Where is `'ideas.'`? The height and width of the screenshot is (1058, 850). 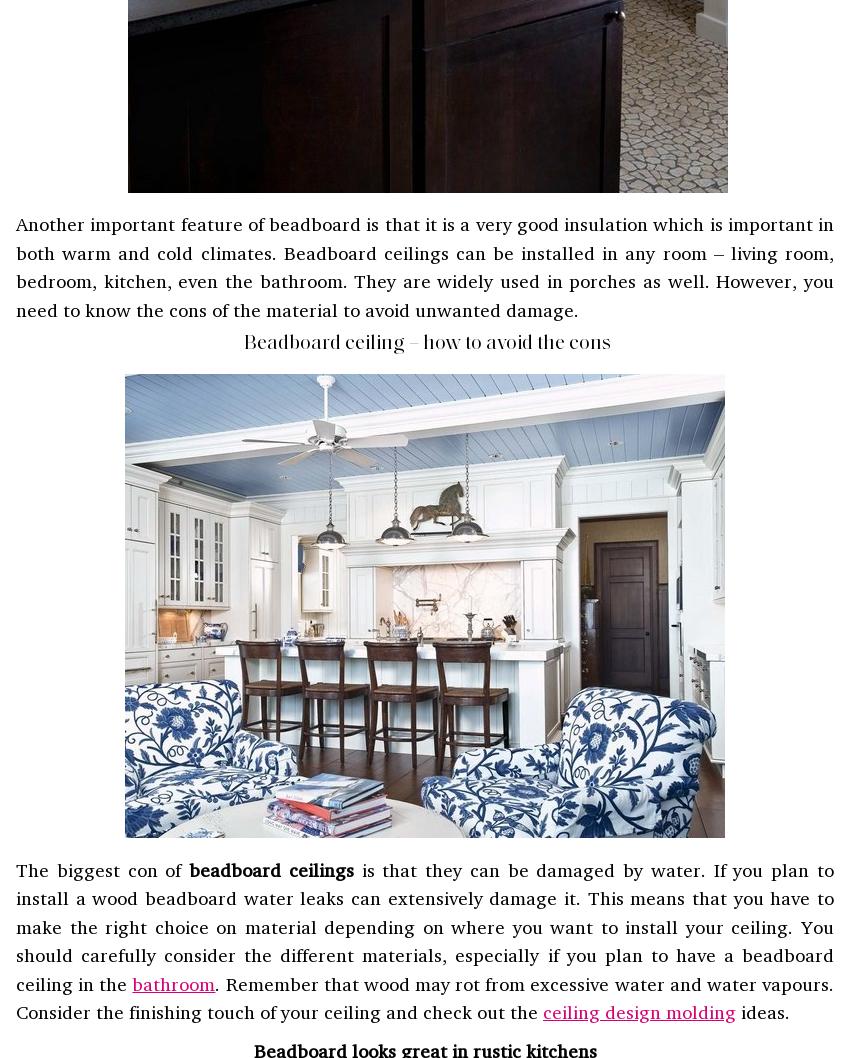
'ideas.' is located at coordinates (762, 1010).